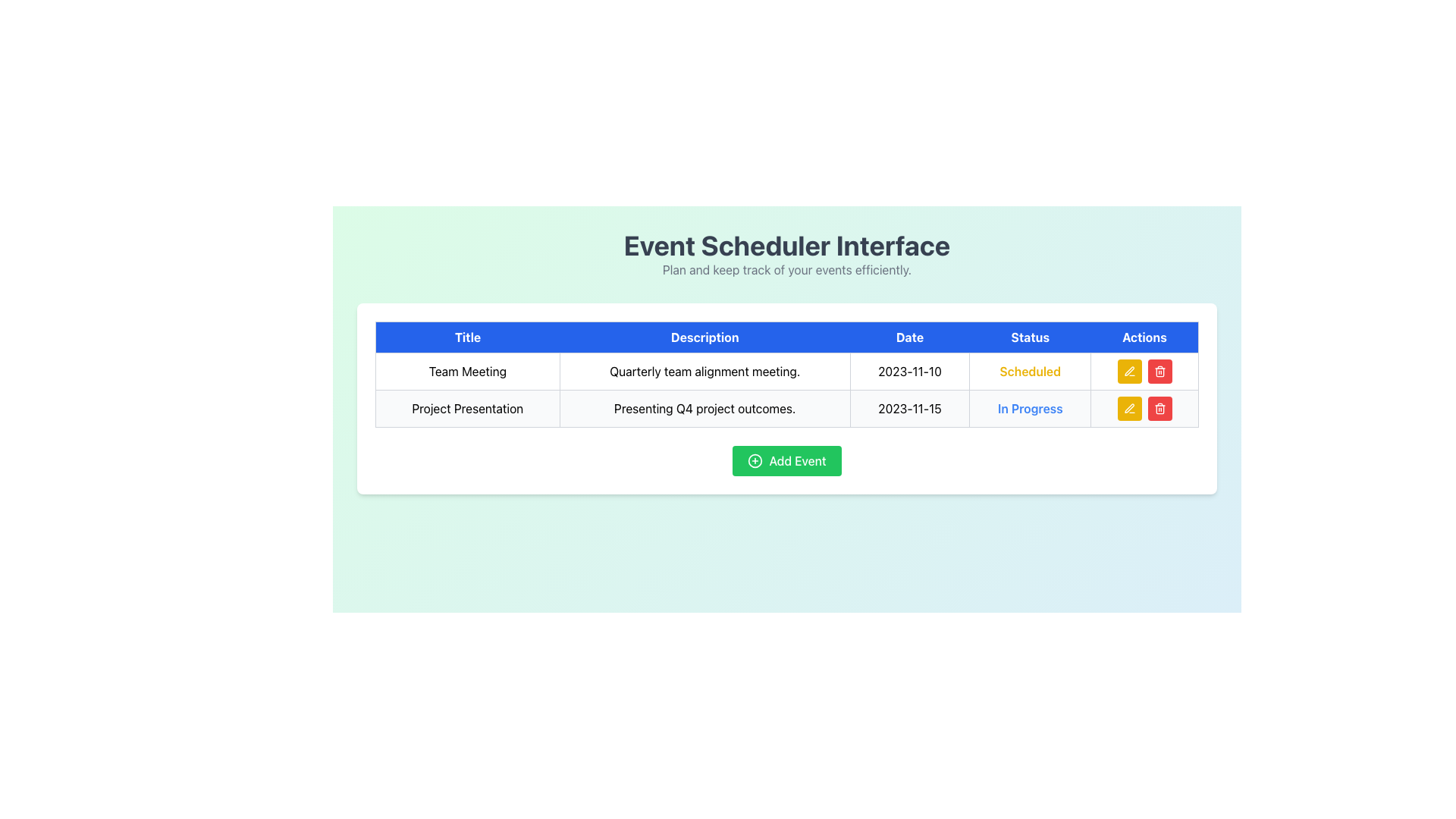 The width and height of the screenshot is (1456, 819). I want to click on the second row, so click(786, 408).